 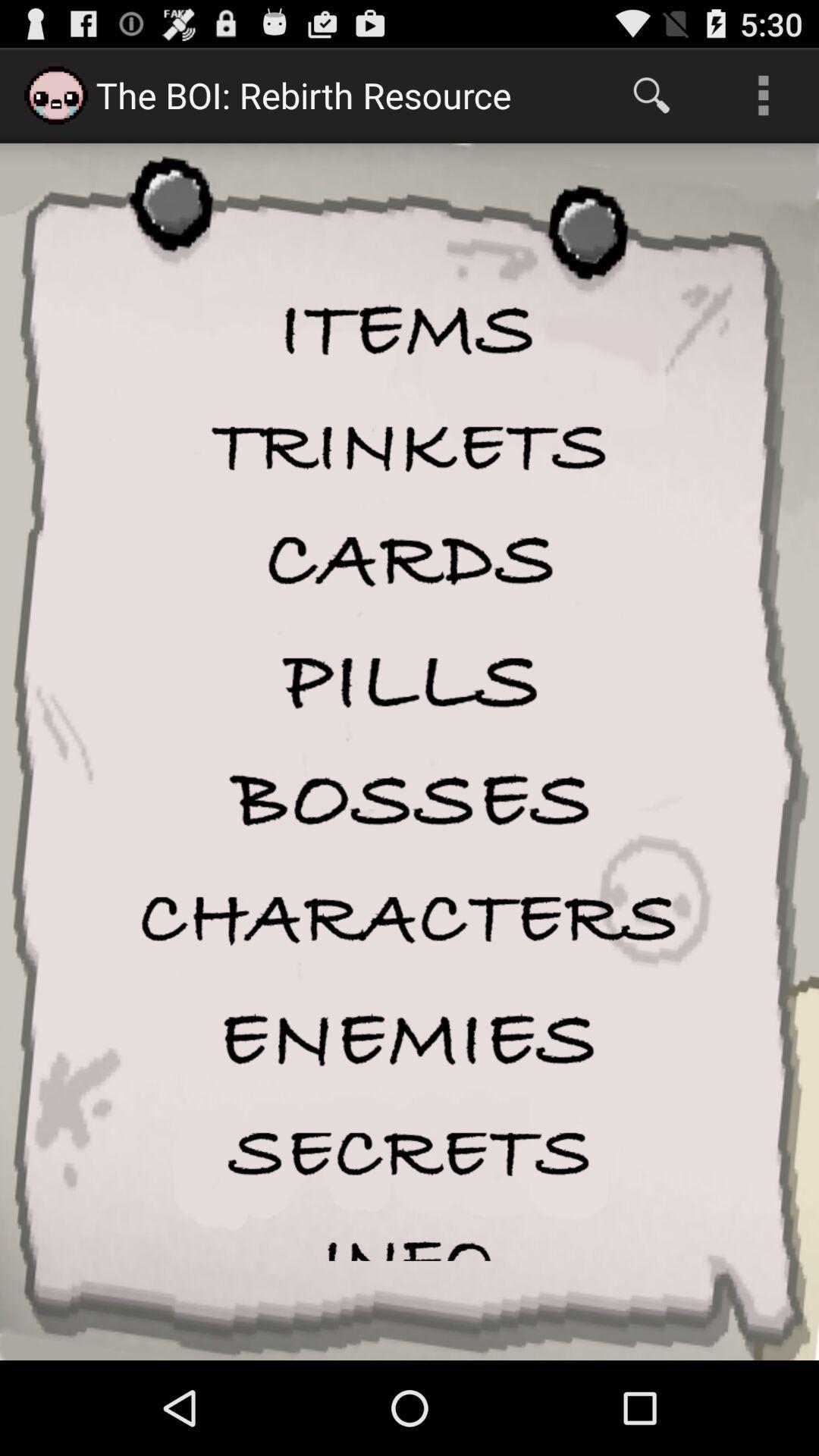 What do you see at coordinates (409, 560) in the screenshot?
I see `the option cards` at bounding box center [409, 560].